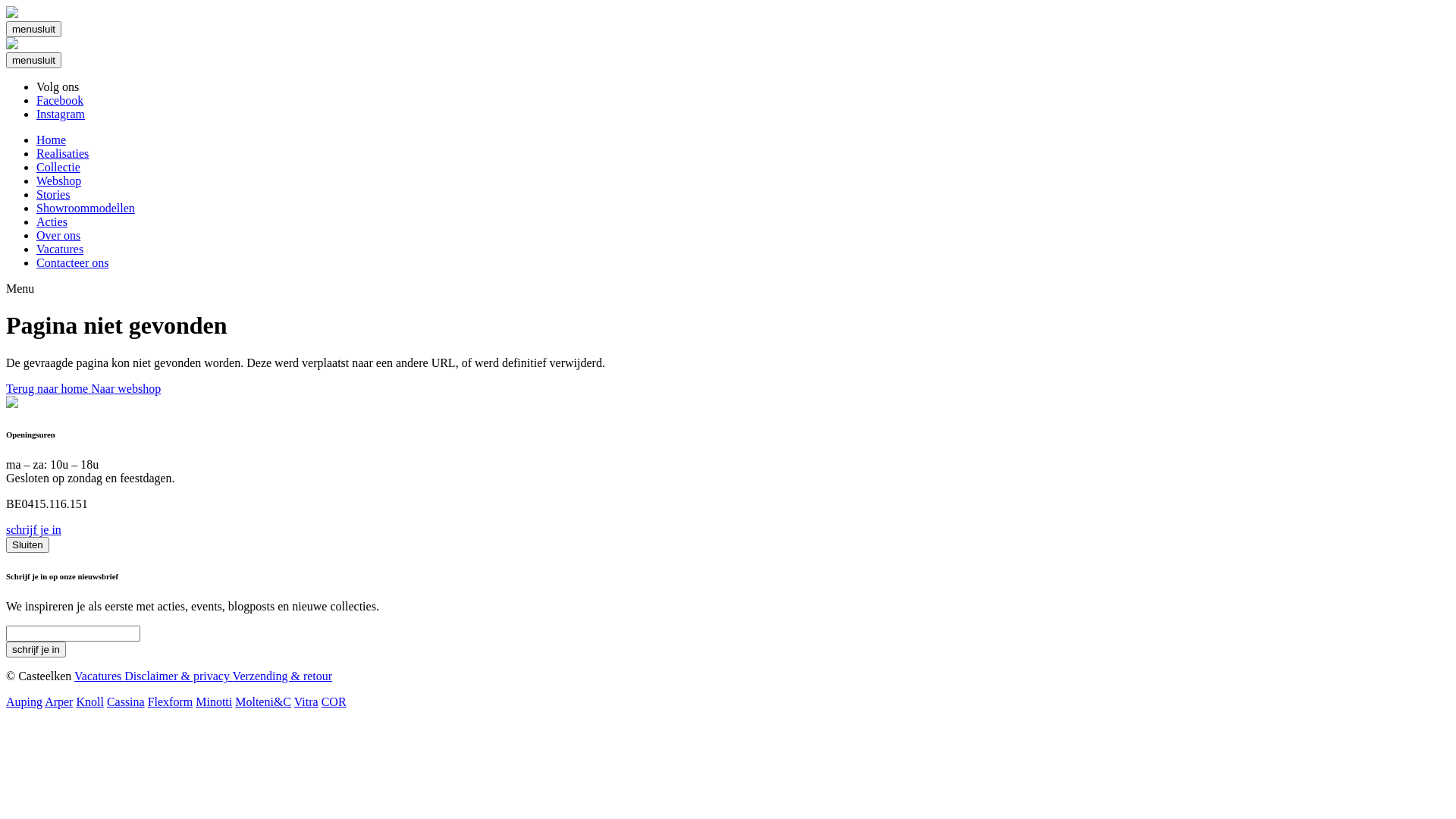 This screenshot has width=1456, height=819. Describe the element at coordinates (232, 675) in the screenshot. I see `'Verzending & retour'` at that location.